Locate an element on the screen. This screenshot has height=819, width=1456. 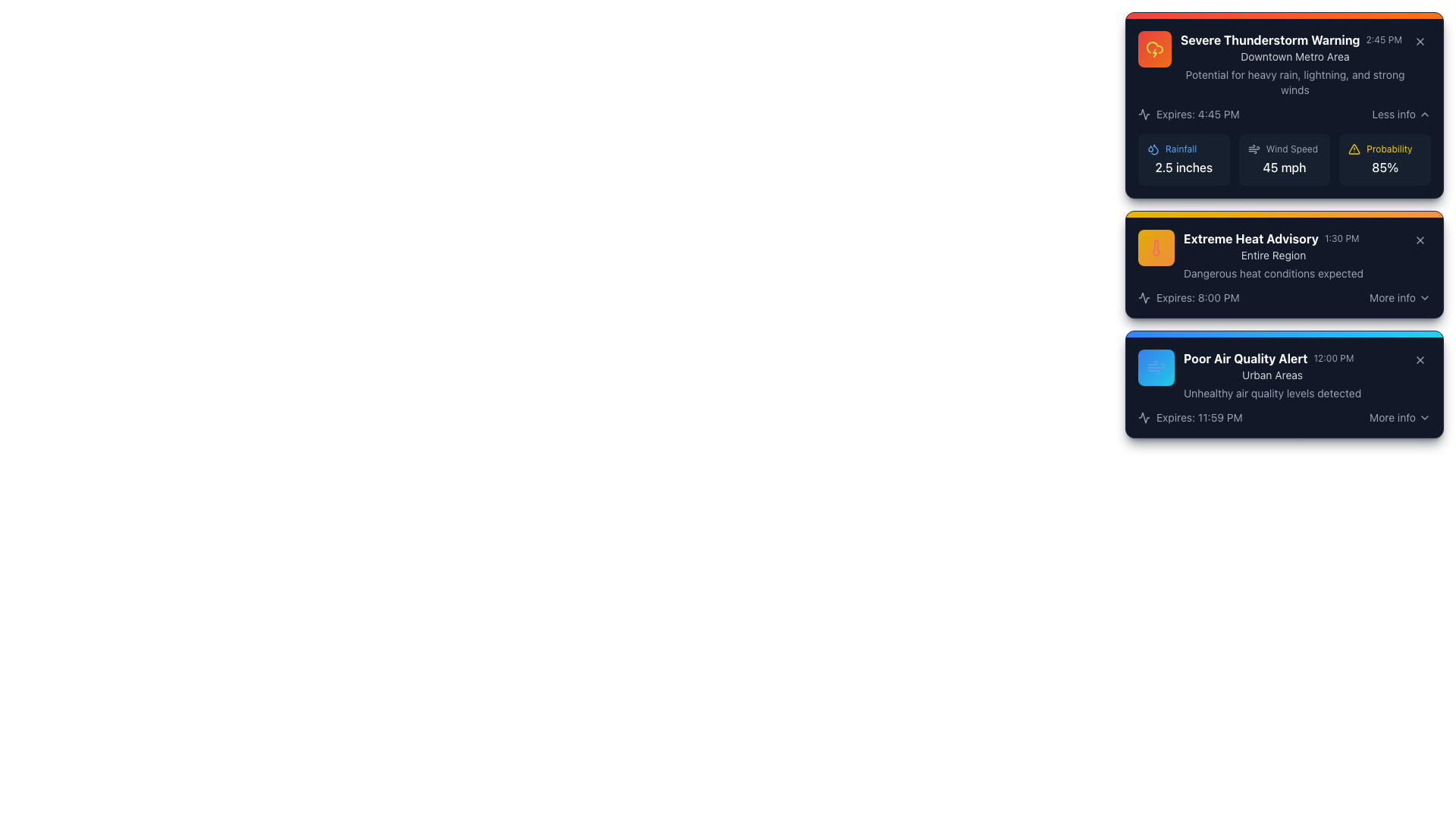
the rainfall measurement label located in the top-right corner of the notification card, which provides detailed weather-related information is located at coordinates (1183, 167).